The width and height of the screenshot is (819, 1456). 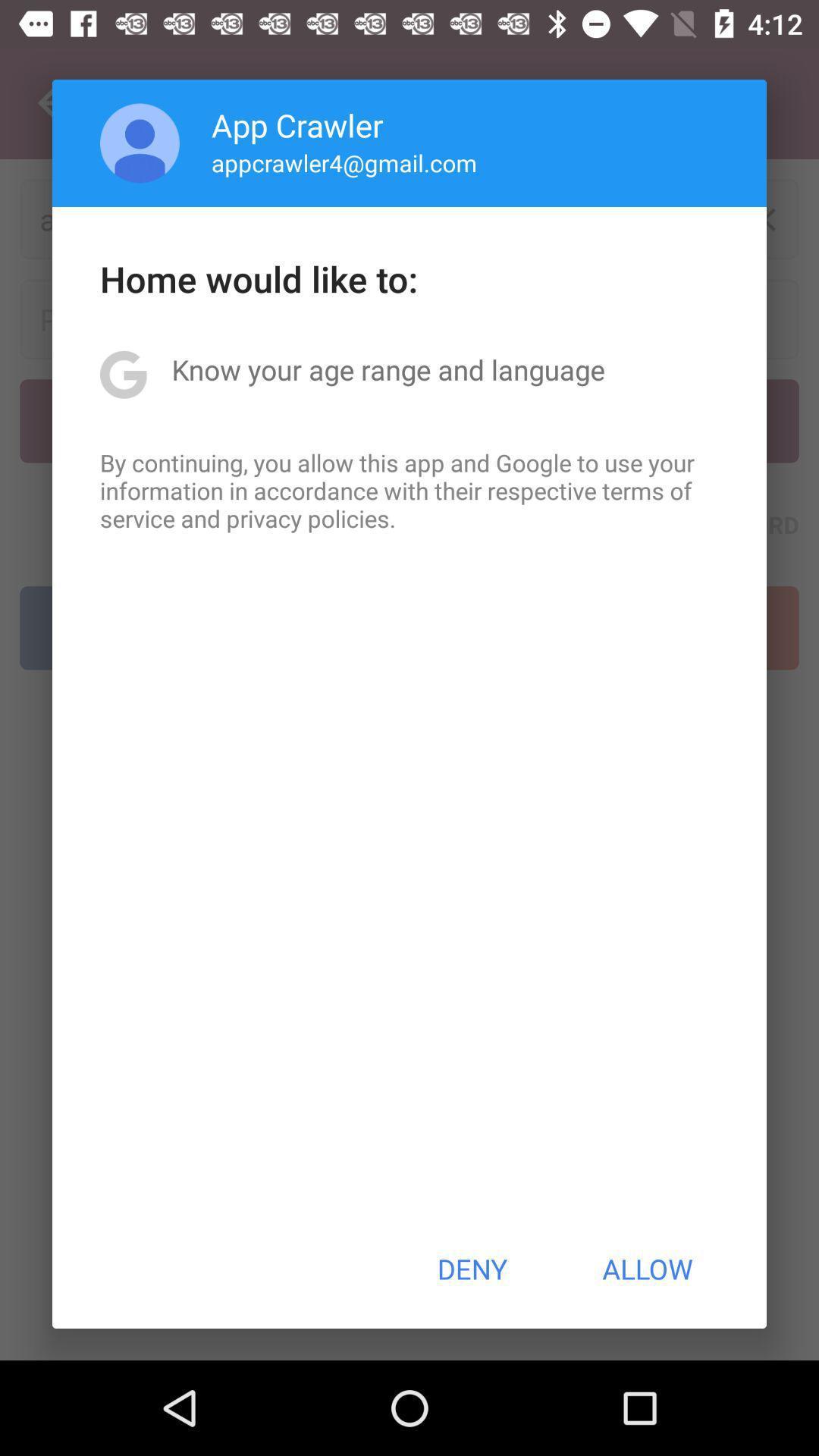 I want to click on appcrawler4@gmail.com, so click(x=344, y=162).